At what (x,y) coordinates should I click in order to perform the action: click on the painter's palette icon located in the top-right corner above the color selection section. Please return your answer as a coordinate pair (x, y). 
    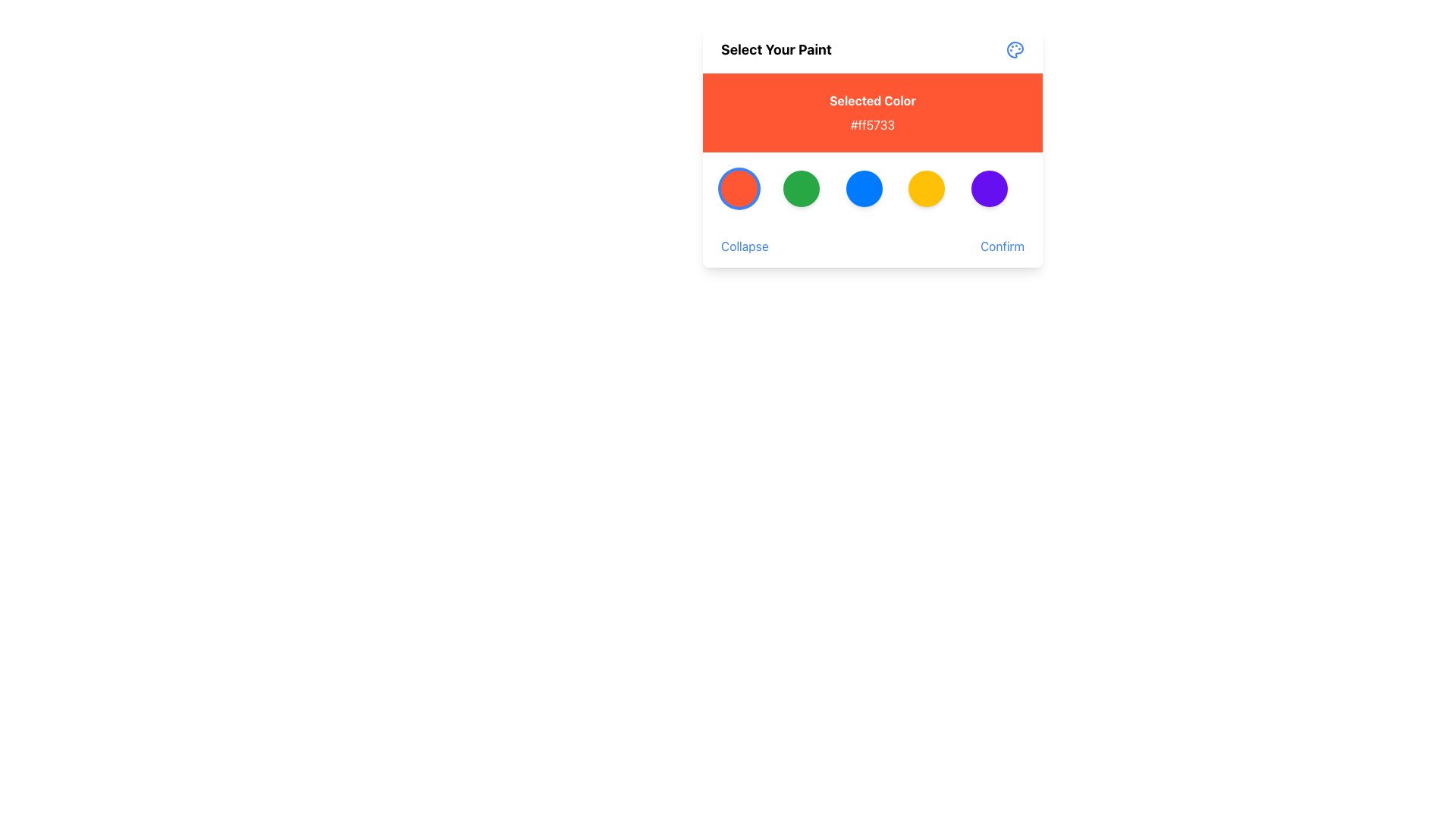
    Looking at the image, I should click on (1015, 49).